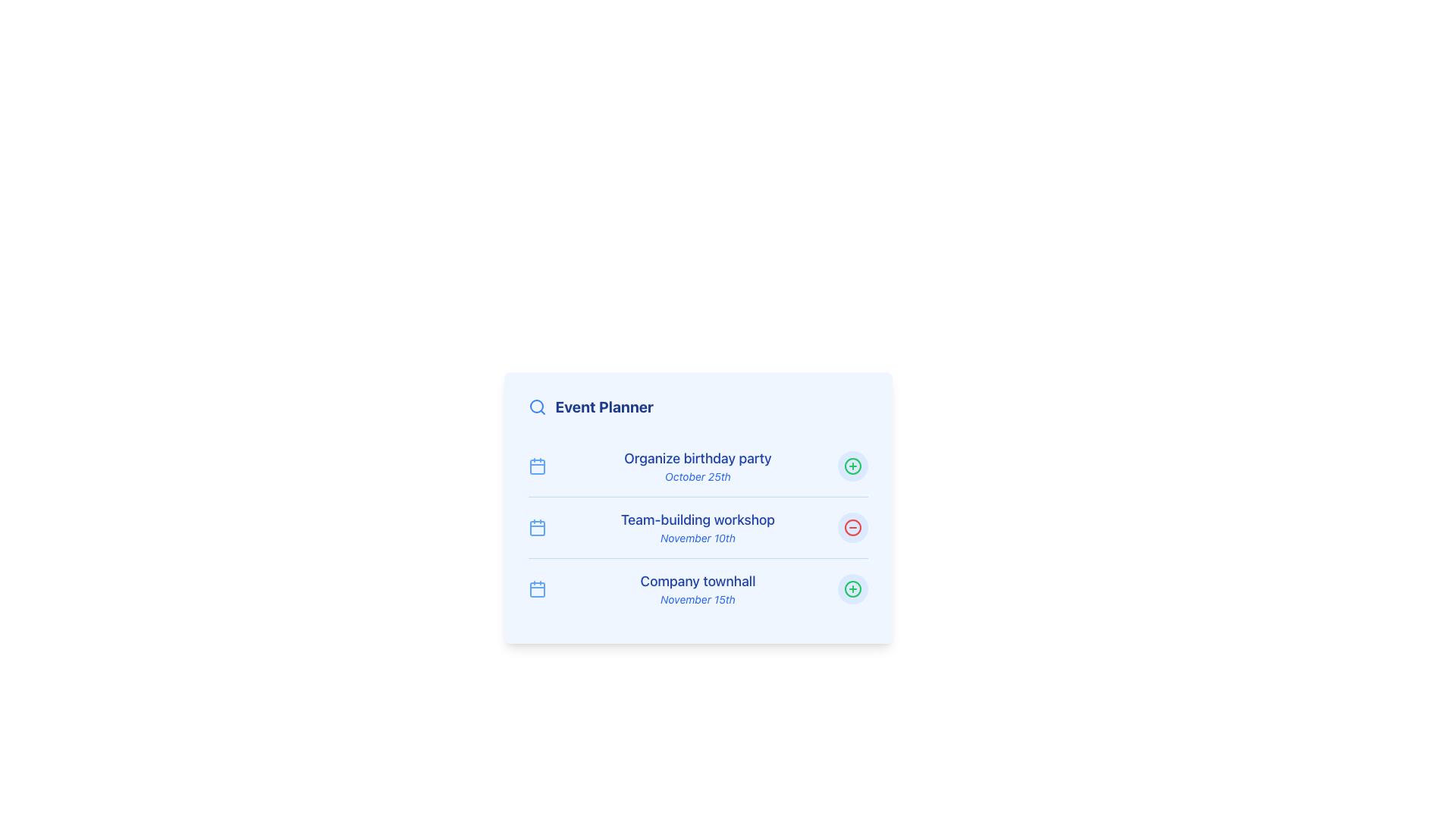 The width and height of the screenshot is (1456, 819). I want to click on the circular red icon that is part of the minus-symbol icon in the Event Planner module, located in the second row on the right side, so click(852, 526).